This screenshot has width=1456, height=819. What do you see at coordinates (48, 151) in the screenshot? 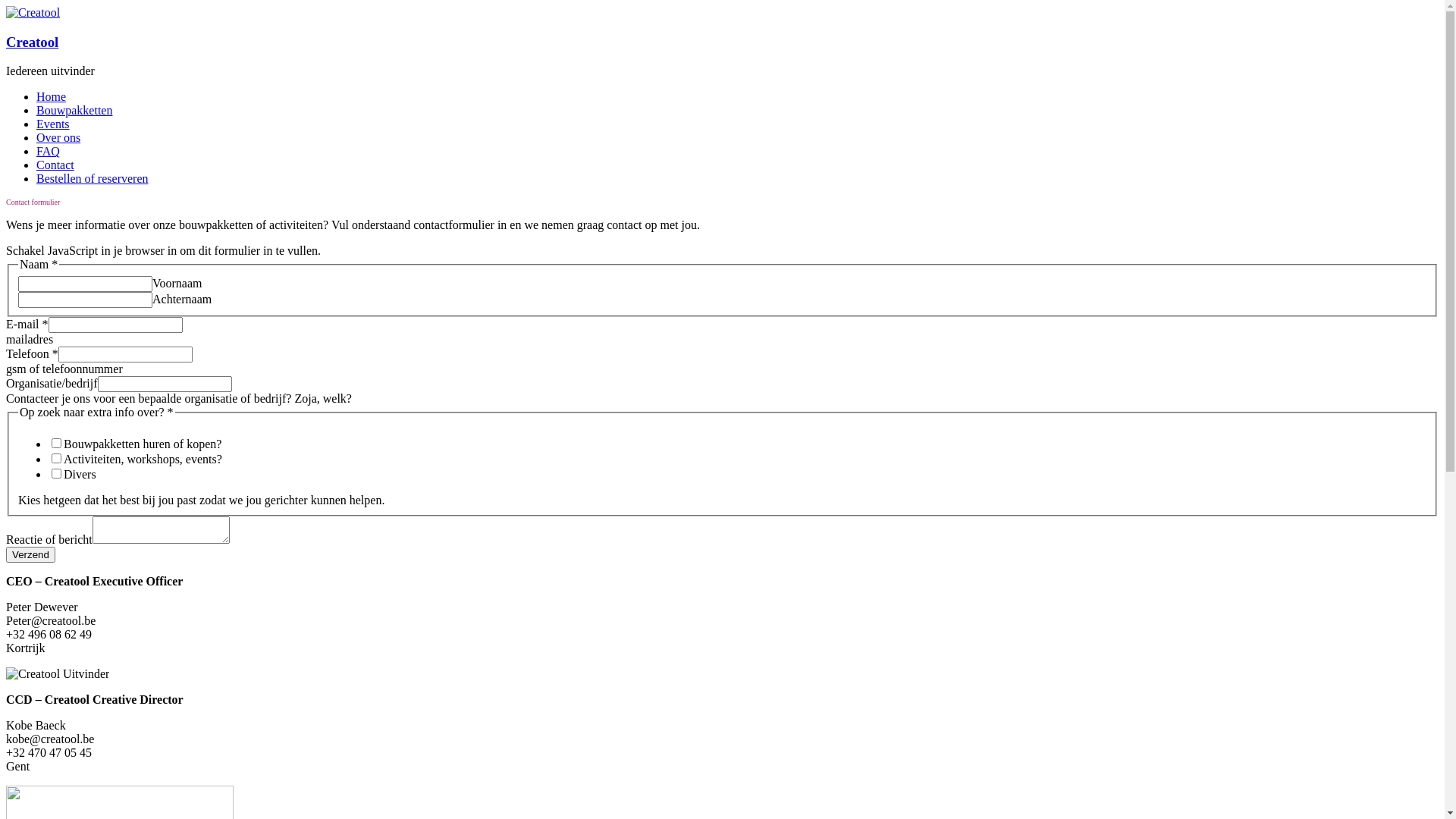
I see `'FAQ'` at bounding box center [48, 151].